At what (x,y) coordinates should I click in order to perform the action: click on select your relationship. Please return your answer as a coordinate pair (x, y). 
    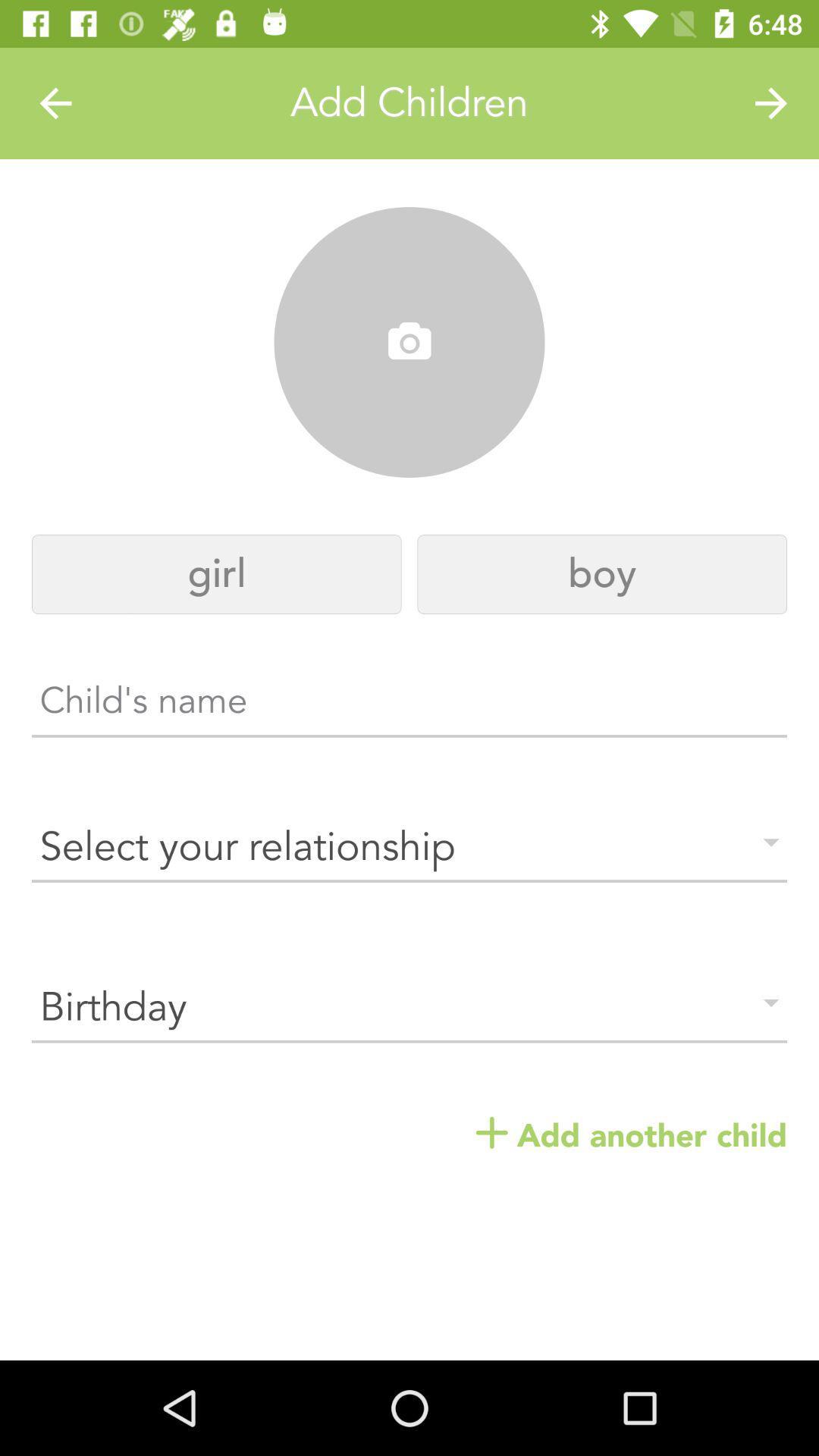
    Looking at the image, I should click on (409, 846).